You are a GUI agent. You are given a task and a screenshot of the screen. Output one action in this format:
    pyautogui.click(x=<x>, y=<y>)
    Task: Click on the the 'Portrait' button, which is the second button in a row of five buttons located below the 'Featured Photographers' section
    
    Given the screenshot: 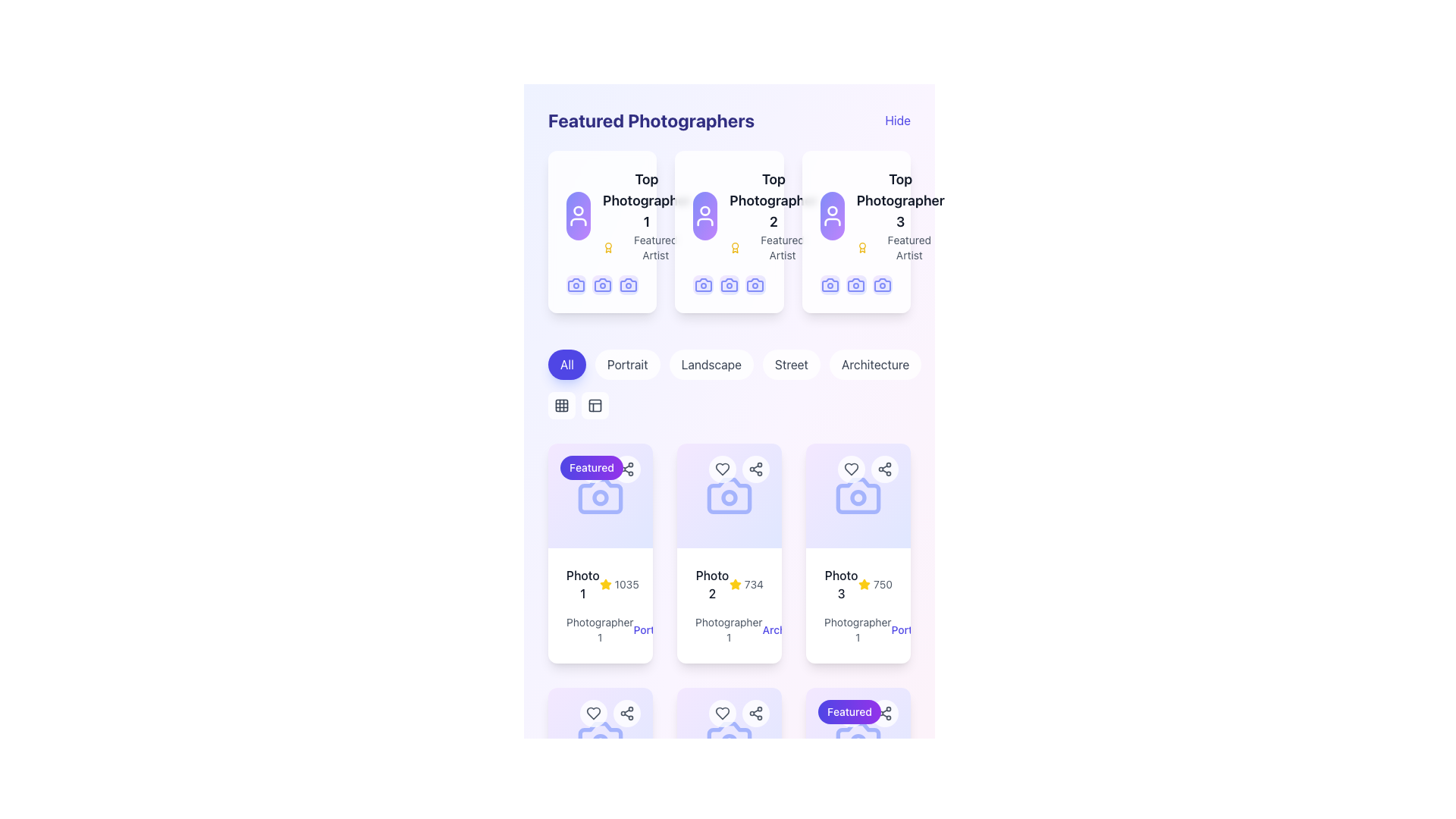 What is the action you would take?
    pyautogui.click(x=627, y=365)
    